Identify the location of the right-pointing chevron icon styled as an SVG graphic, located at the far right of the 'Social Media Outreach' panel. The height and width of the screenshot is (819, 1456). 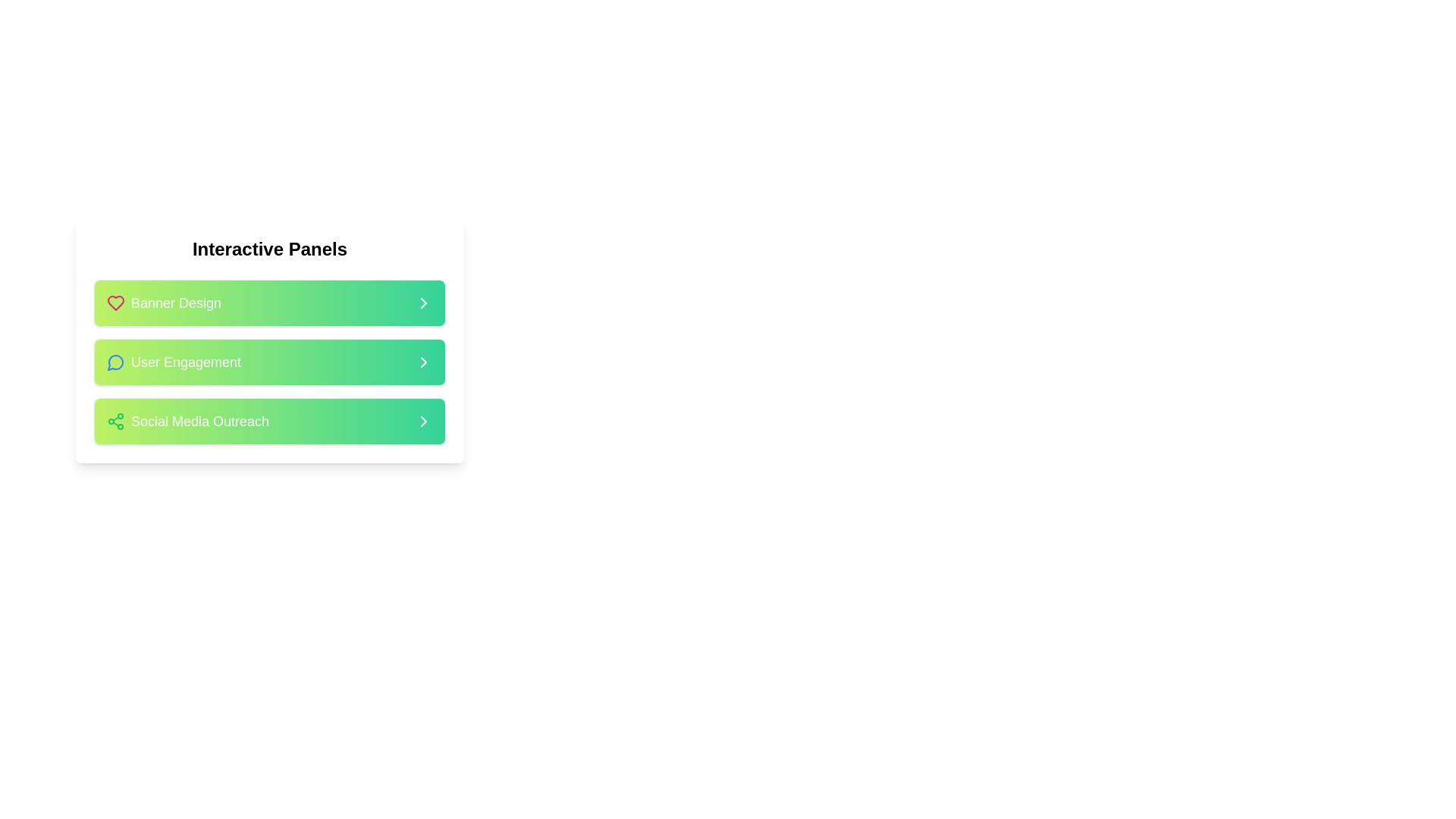
(423, 421).